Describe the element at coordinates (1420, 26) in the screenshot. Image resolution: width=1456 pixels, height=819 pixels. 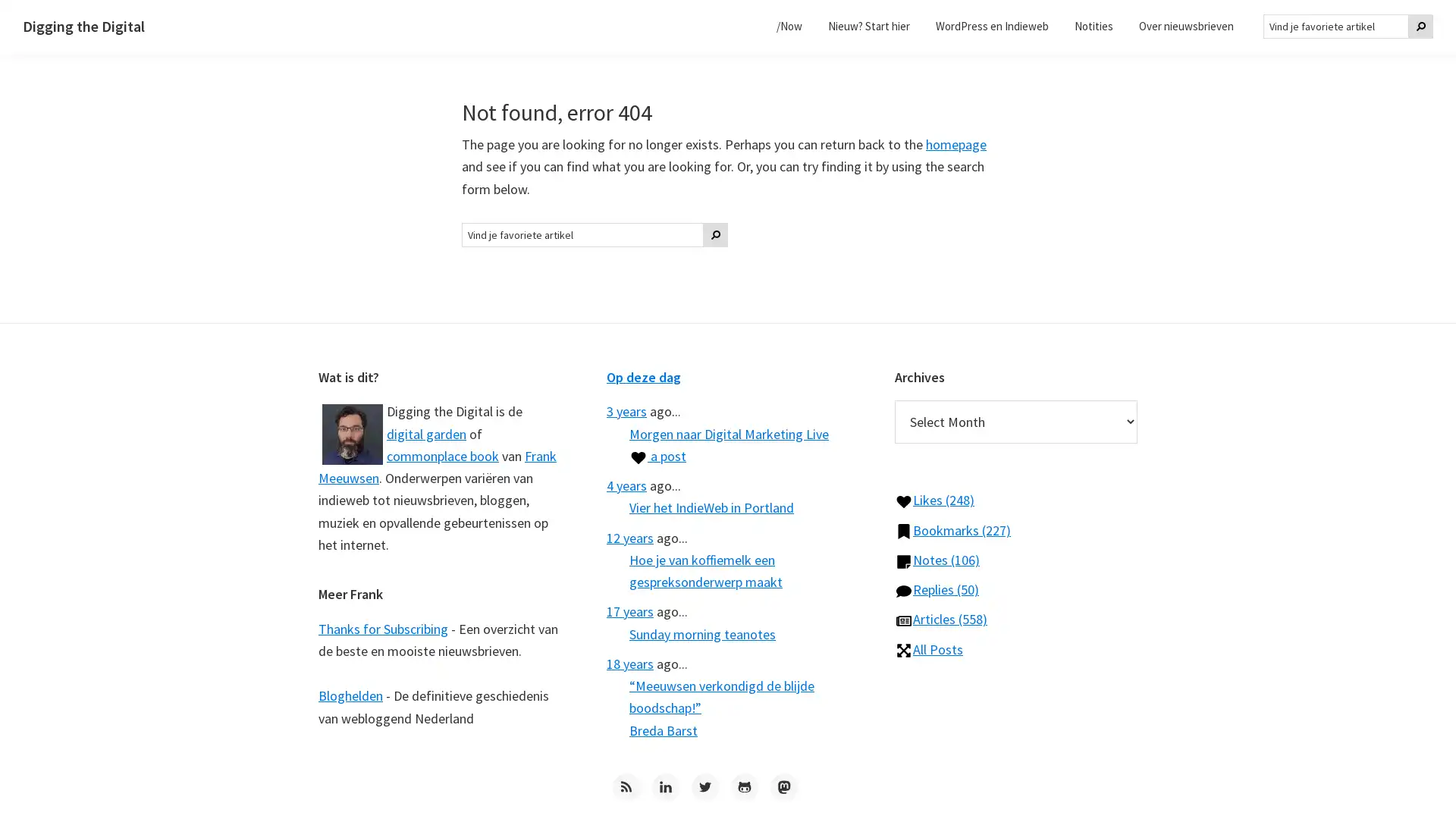
I see `Search` at that location.